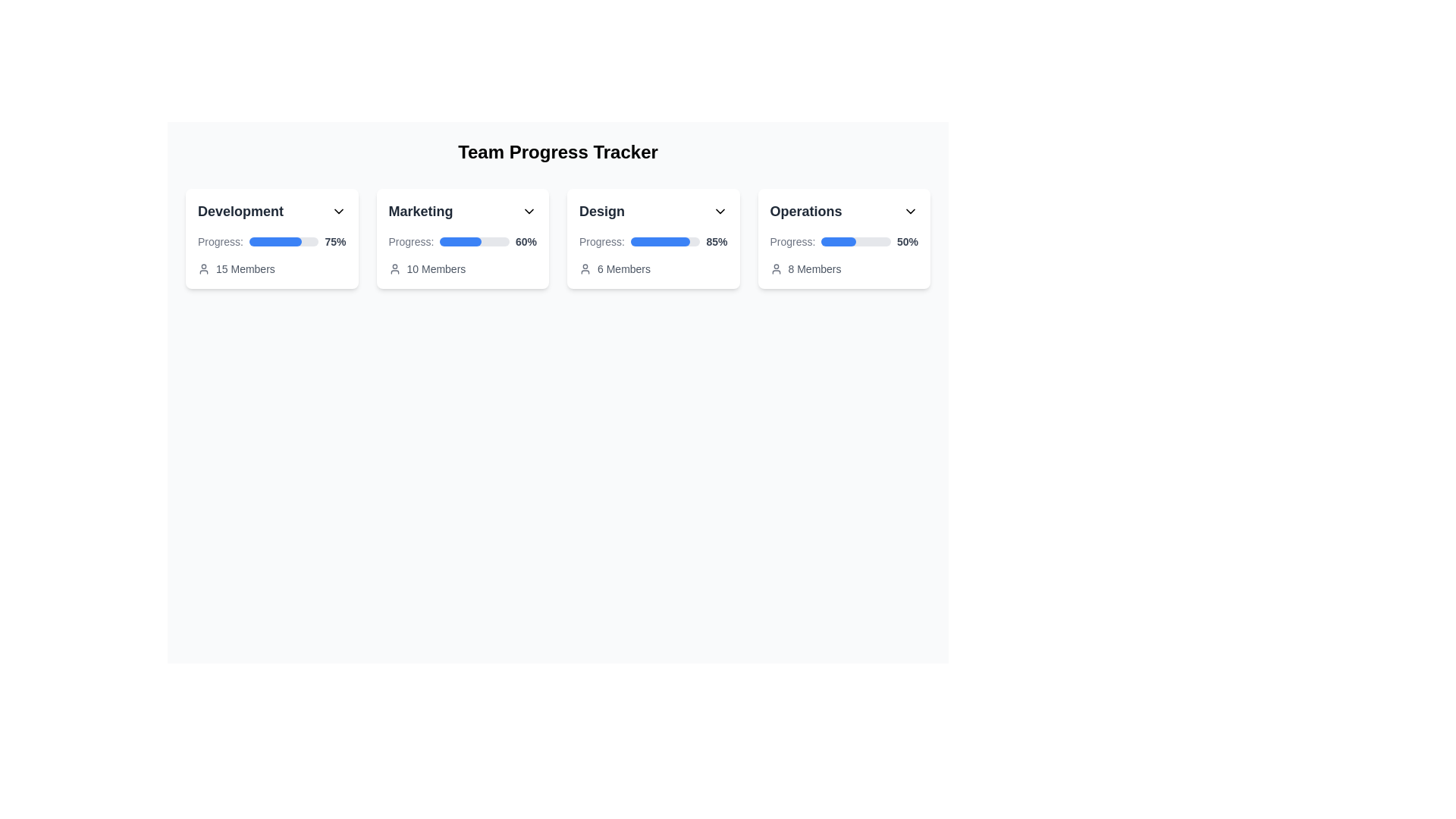 The height and width of the screenshot is (819, 1456). What do you see at coordinates (394, 268) in the screenshot?
I see `the user/member icon located at the bottom-left corner of the 'Marketing' card, which visually represents the number of members present` at bounding box center [394, 268].